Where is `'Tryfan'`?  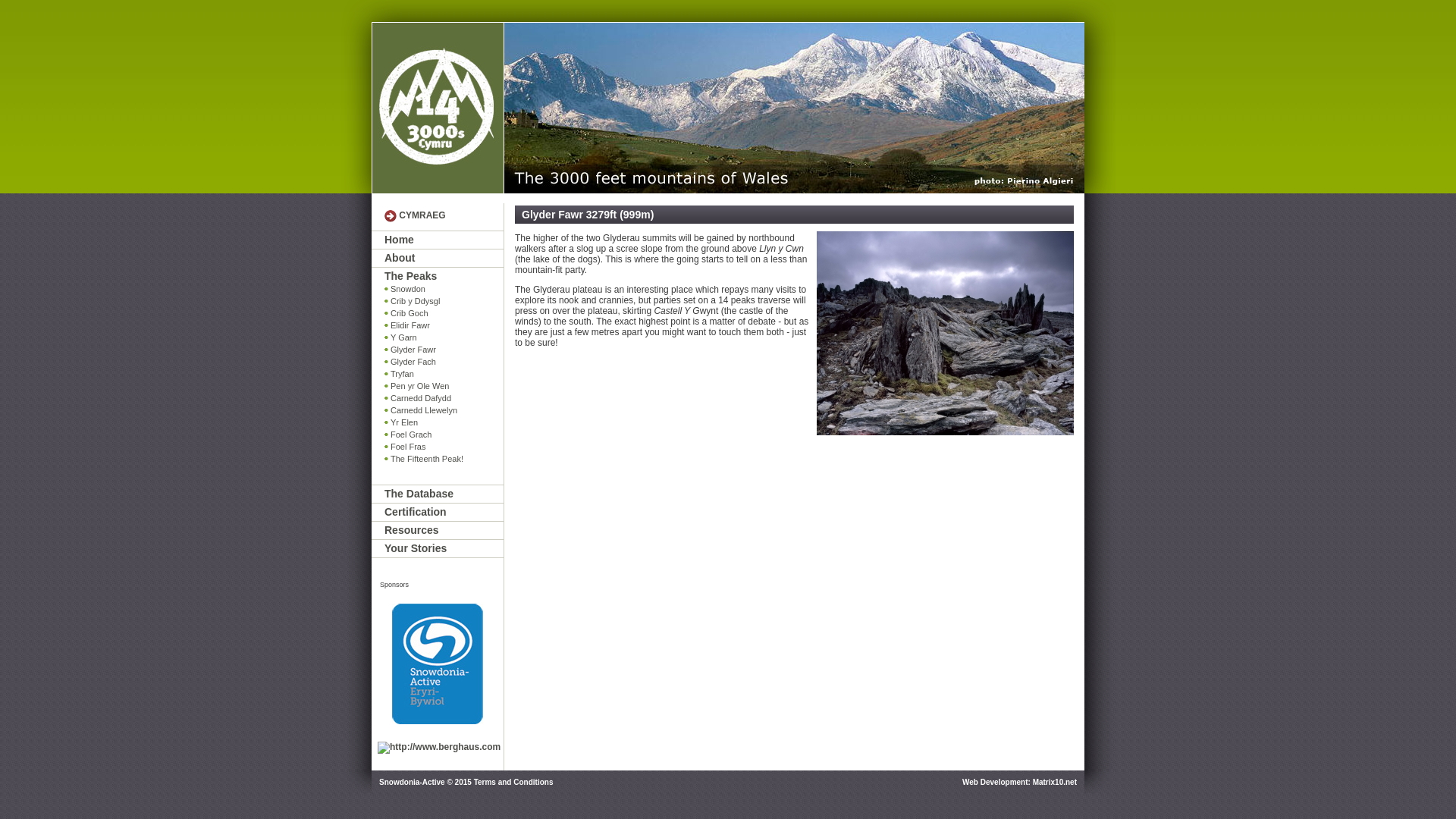
'Tryfan' is located at coordinates (443, 374).